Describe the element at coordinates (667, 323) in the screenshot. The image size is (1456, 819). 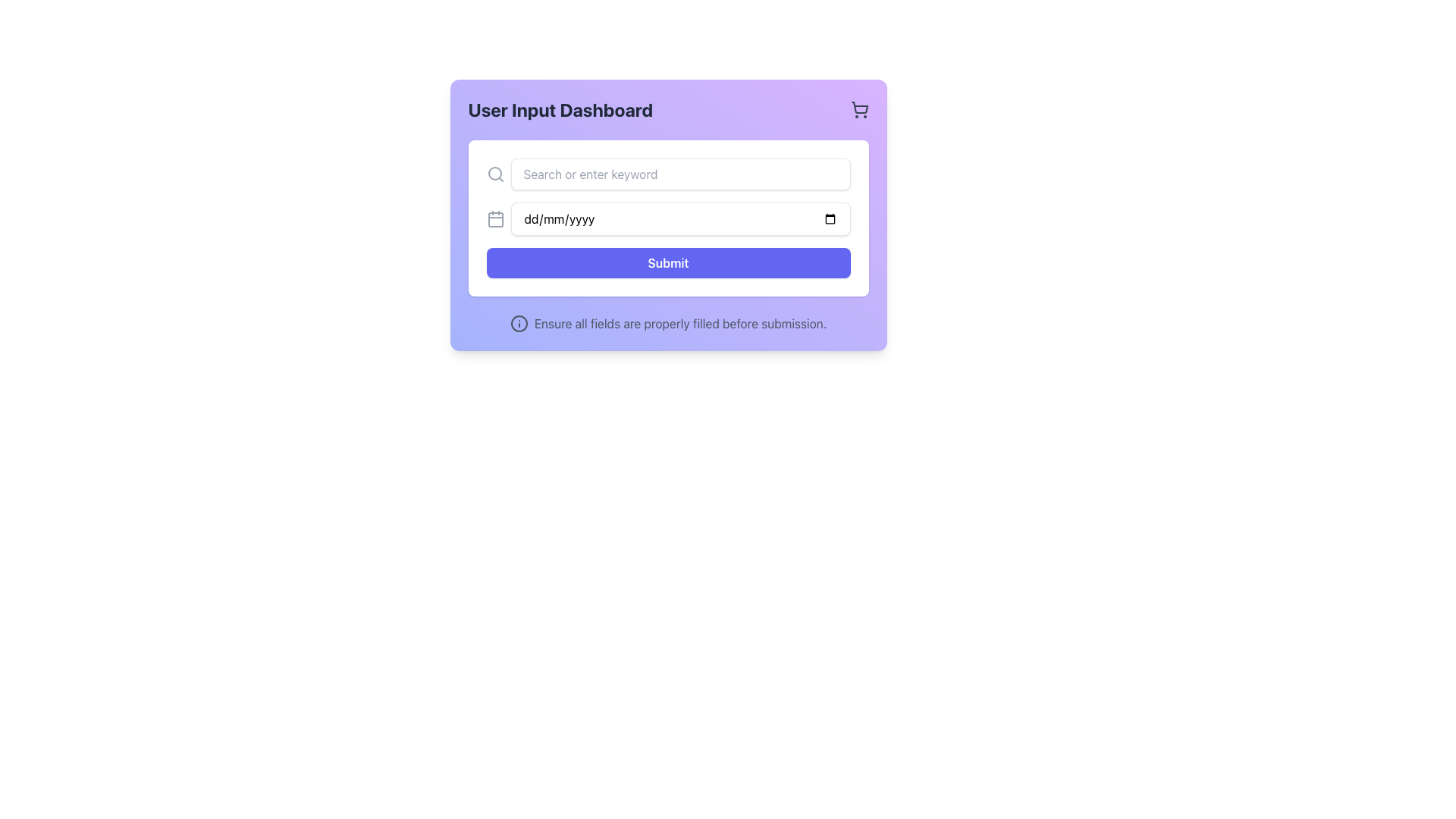
I see `the informational text with an icon at the bottom of the purple card, located directly below the 'Submit' button` at that location.